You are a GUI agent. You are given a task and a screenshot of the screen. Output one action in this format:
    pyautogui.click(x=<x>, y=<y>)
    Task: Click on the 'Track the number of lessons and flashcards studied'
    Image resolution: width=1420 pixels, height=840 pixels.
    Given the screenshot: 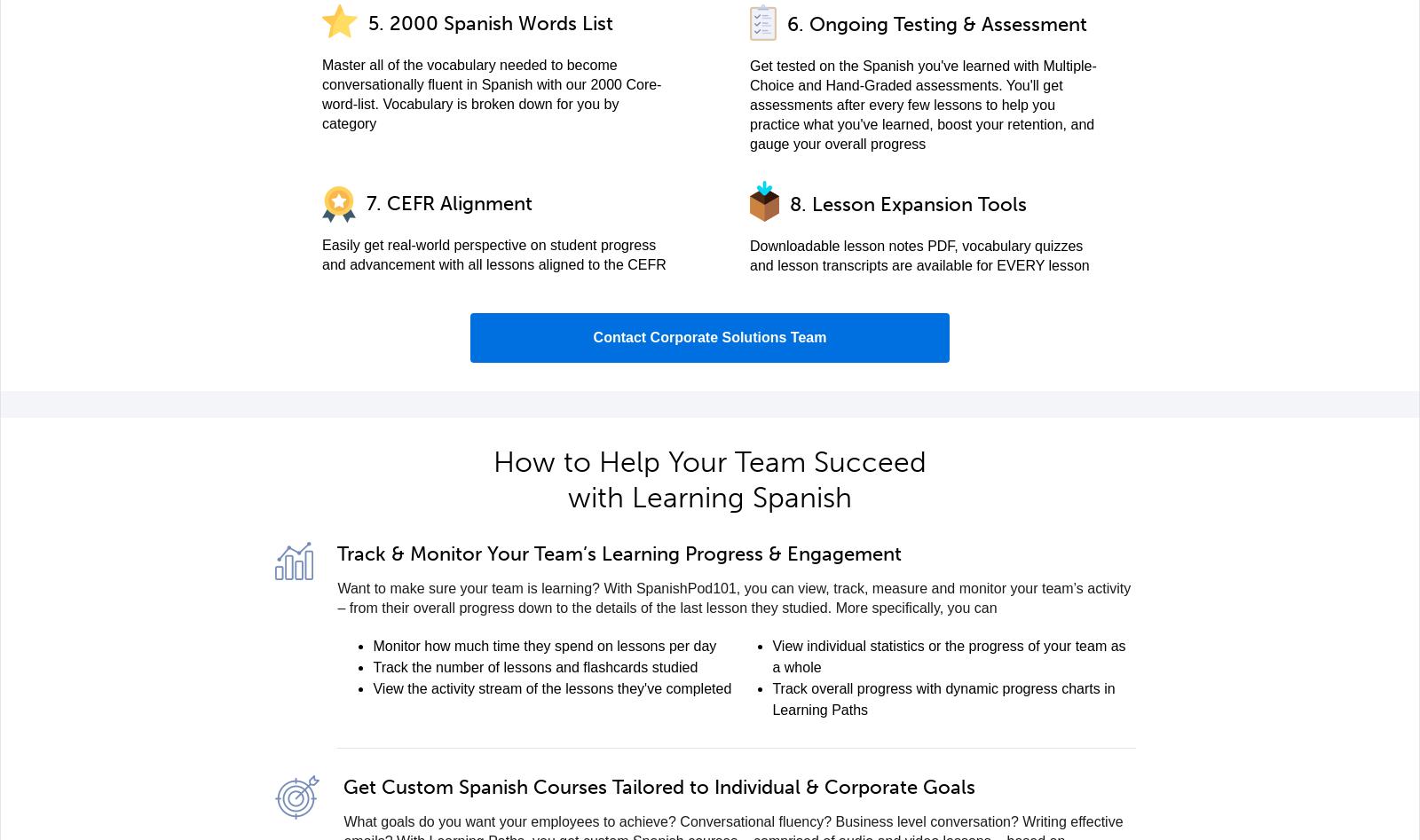 What is the action you would take?
    pyautogui.click(x=535, y=666)
    